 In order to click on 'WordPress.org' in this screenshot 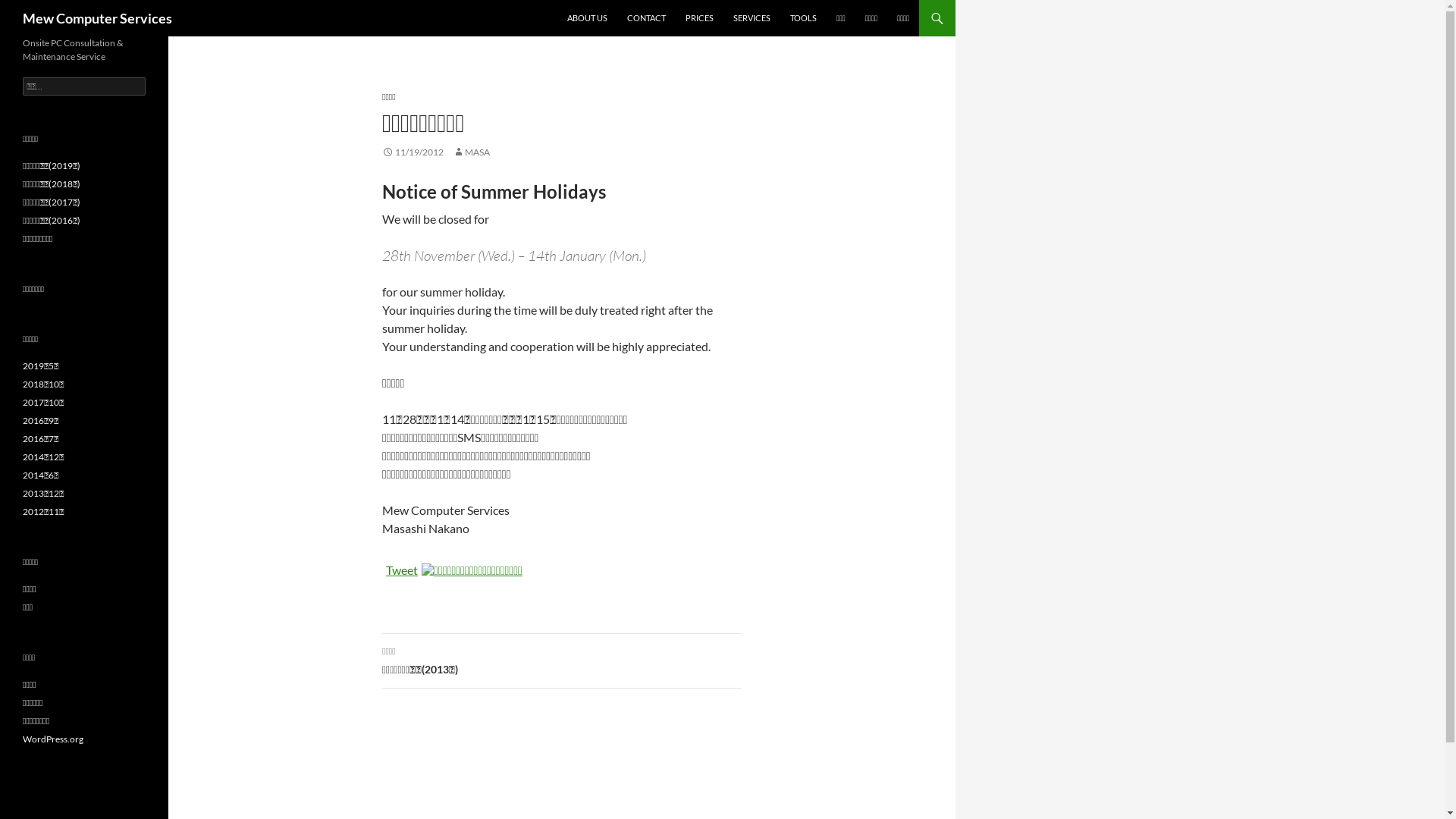, I will do `click(53, 738)`.